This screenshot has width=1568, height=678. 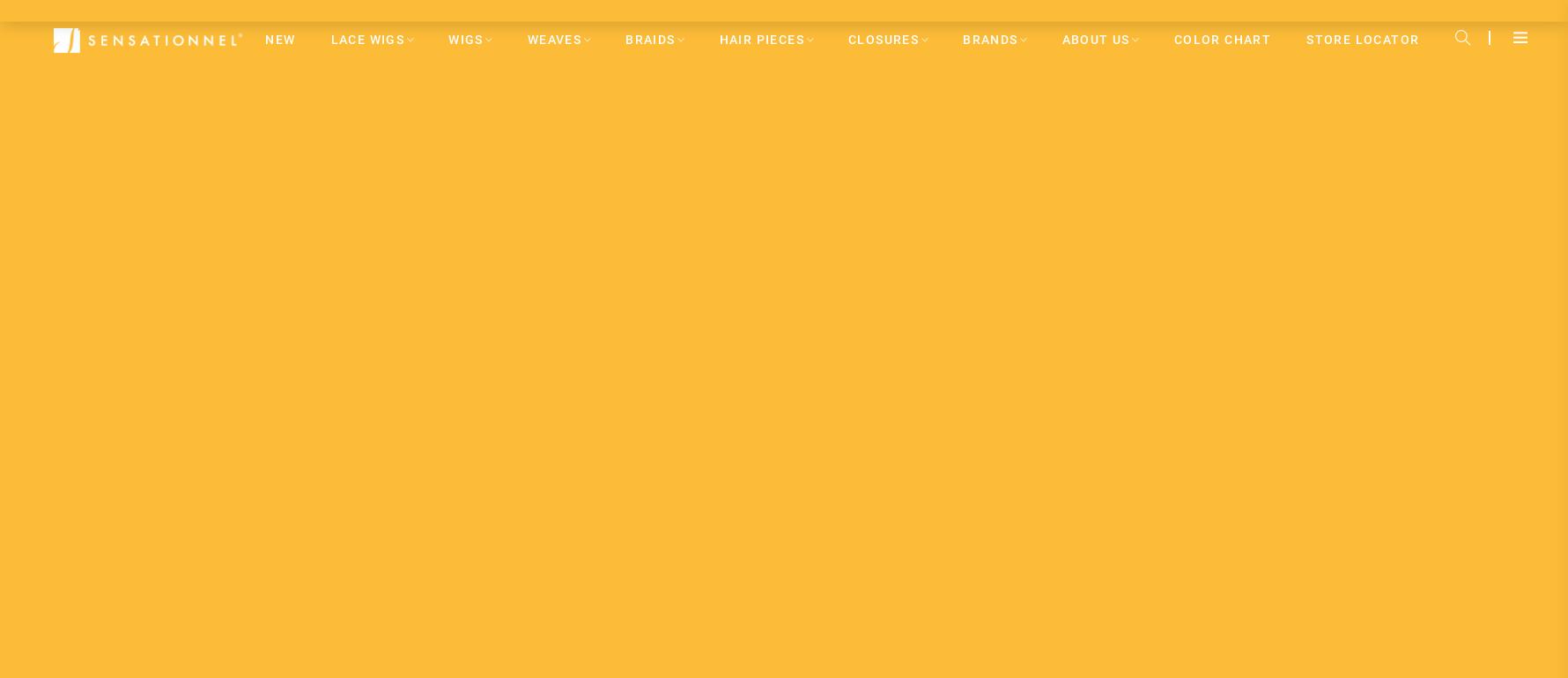 What do you see at coordinates (280, 38) in the screenshot?
I see `'NEW'` at bounding box center [280, 38].